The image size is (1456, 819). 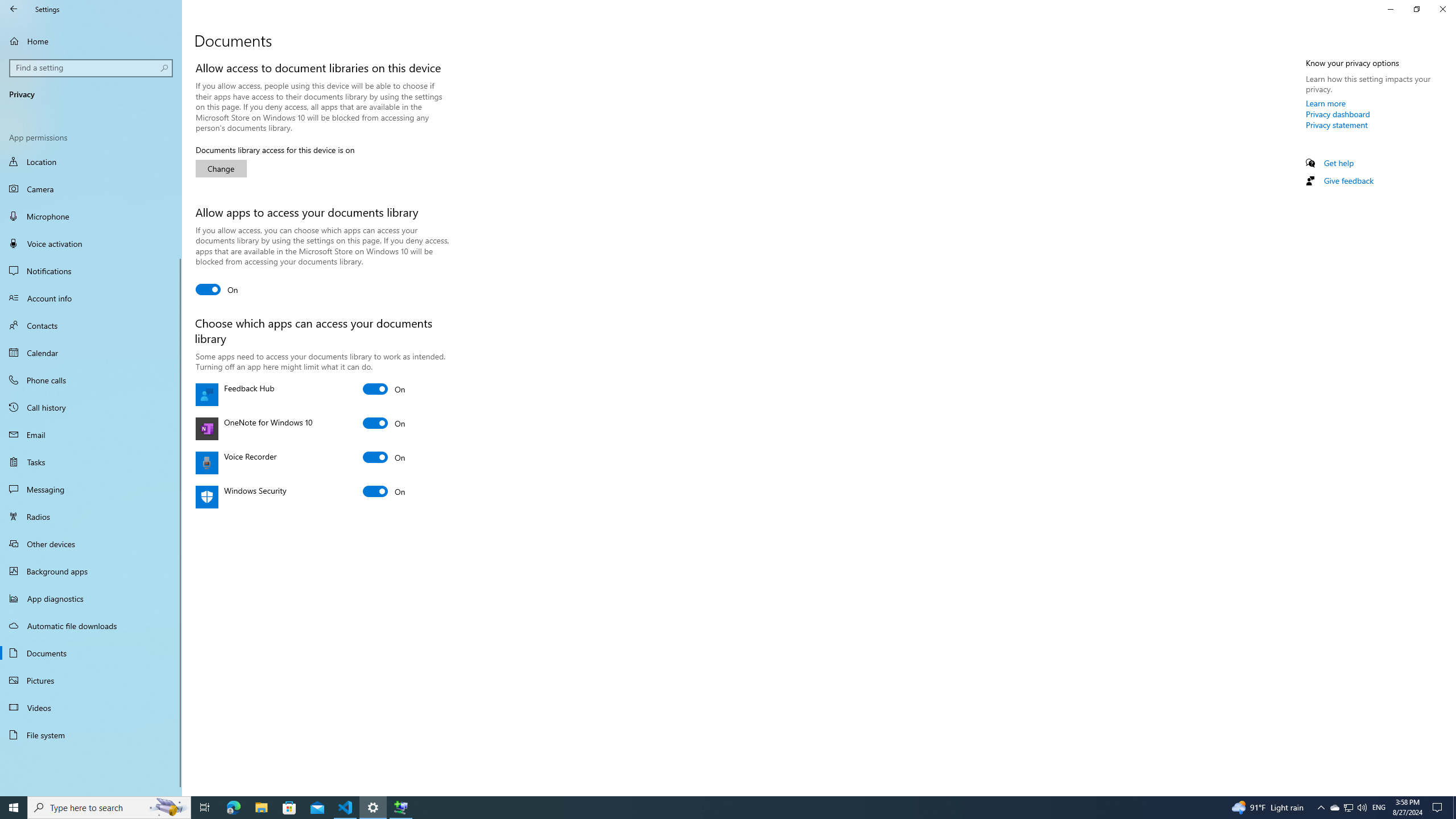 What do you see at coordinates (167, 806) in the screenshot?
I see `'Search highlights icon opens search home window'` at bounding box center [167, 806].